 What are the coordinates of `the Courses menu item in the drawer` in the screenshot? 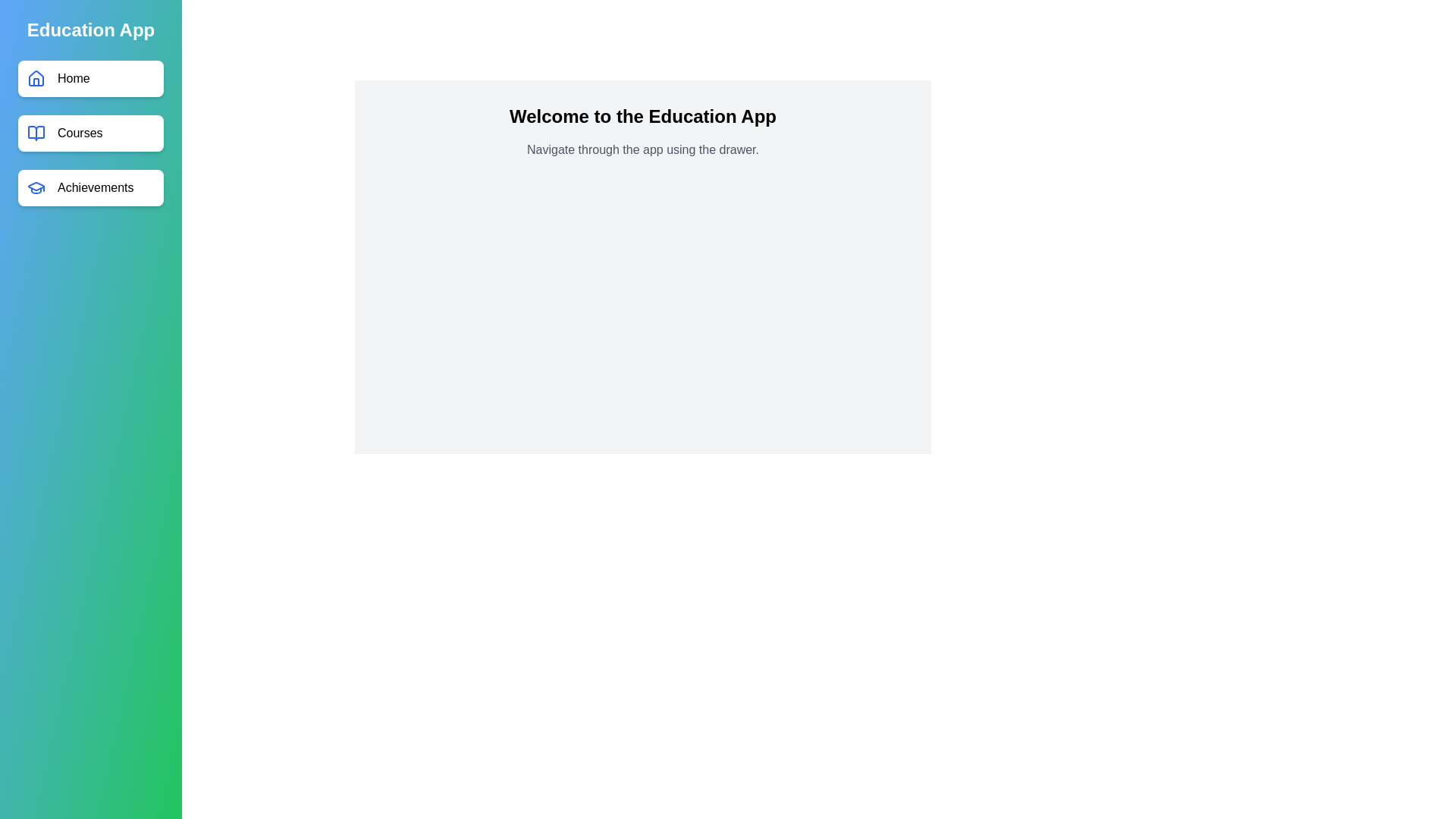 It's located at (90, 133).